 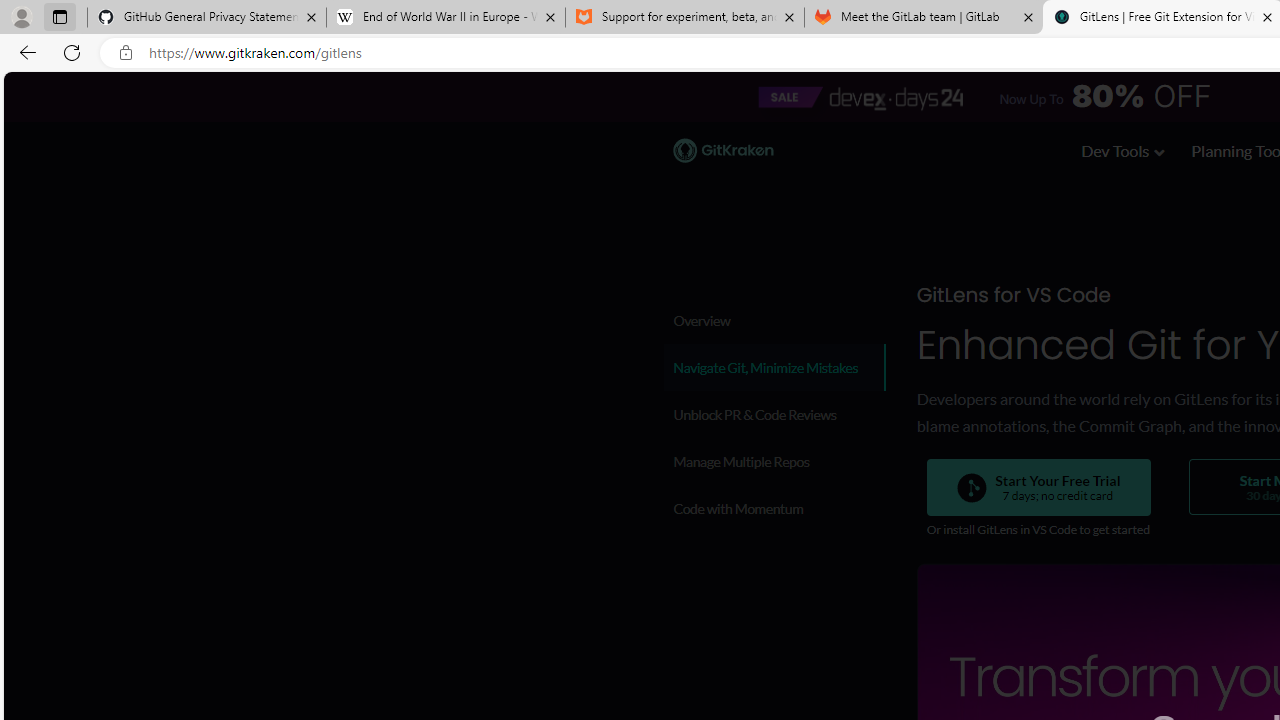 I want to click on 'Manage Multiple Repos', so click(x=772, y=461).